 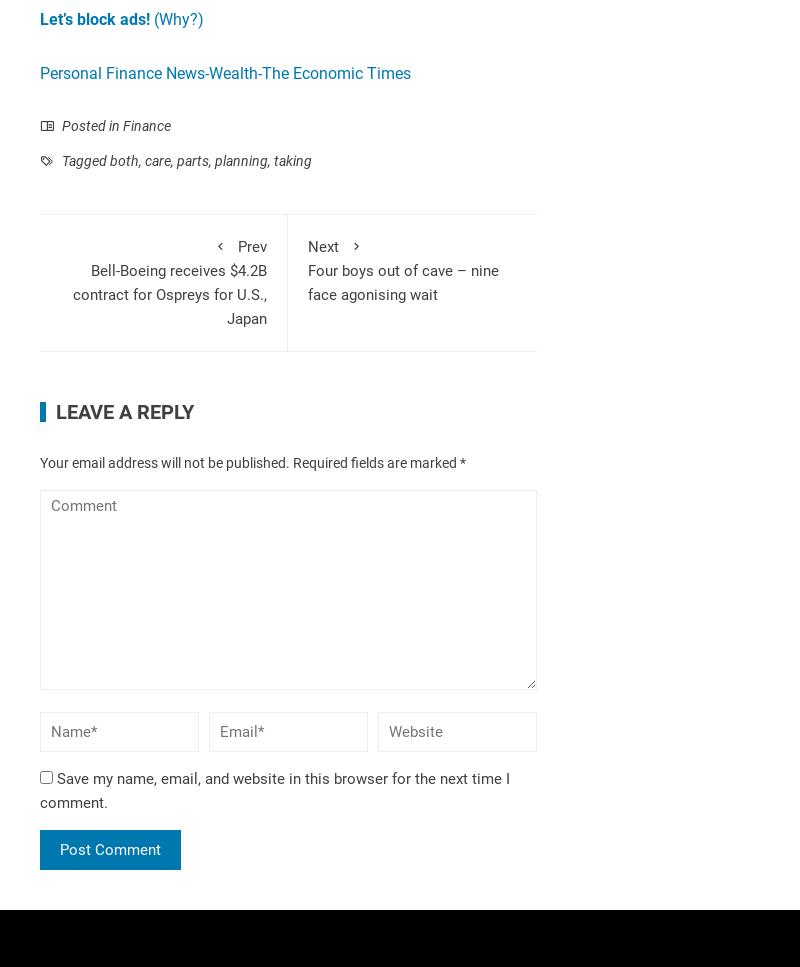 I want to click on 'Bell-Boeing receives $4.2B contract for Ospreys for U.S., Japan', so click(x=169, y=294).